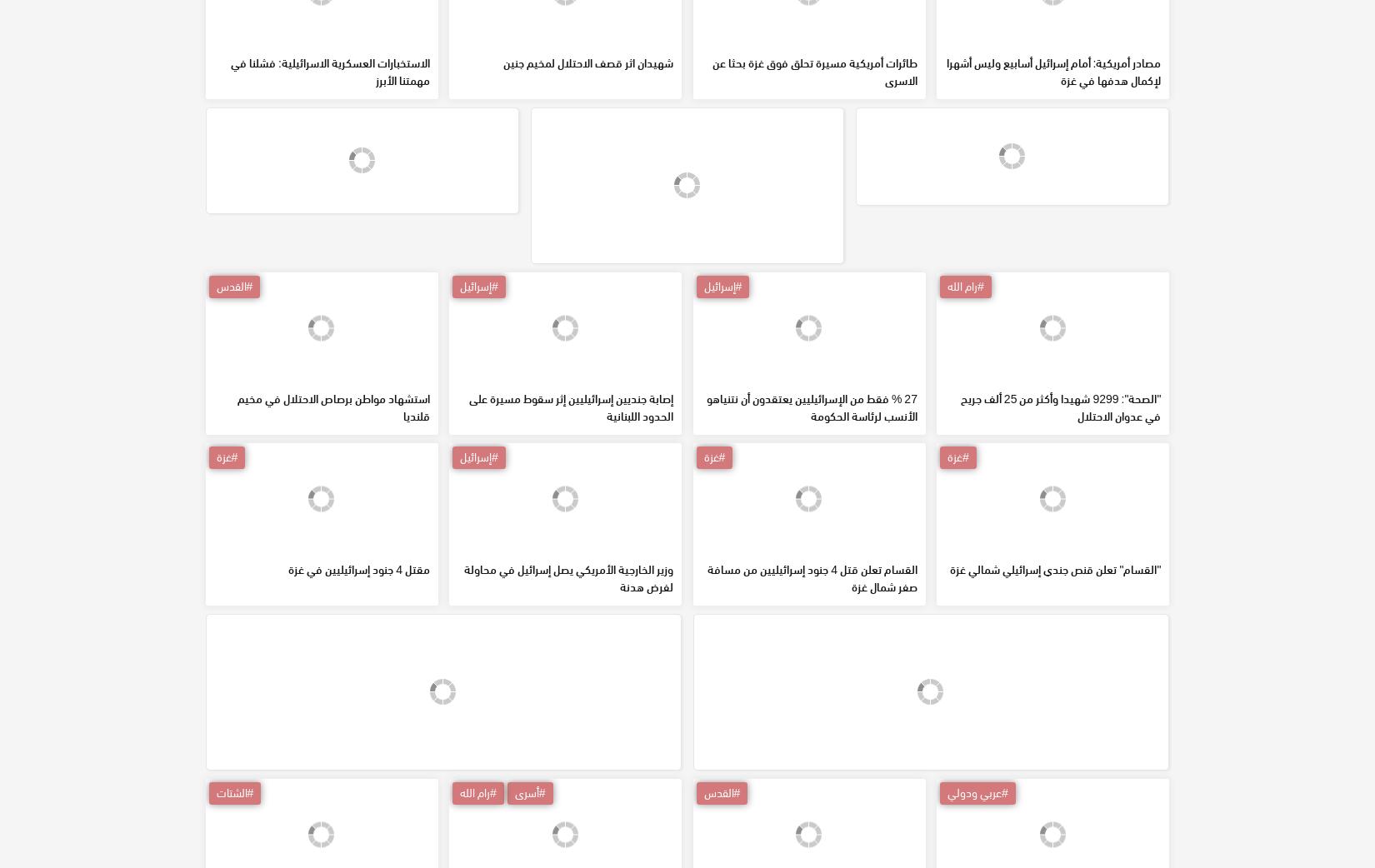 The height and width of the screenshot is (868, 1375). Describe the element at coordinates (965, 406) in the screenshot. I see `'#رام الله'` at that location.